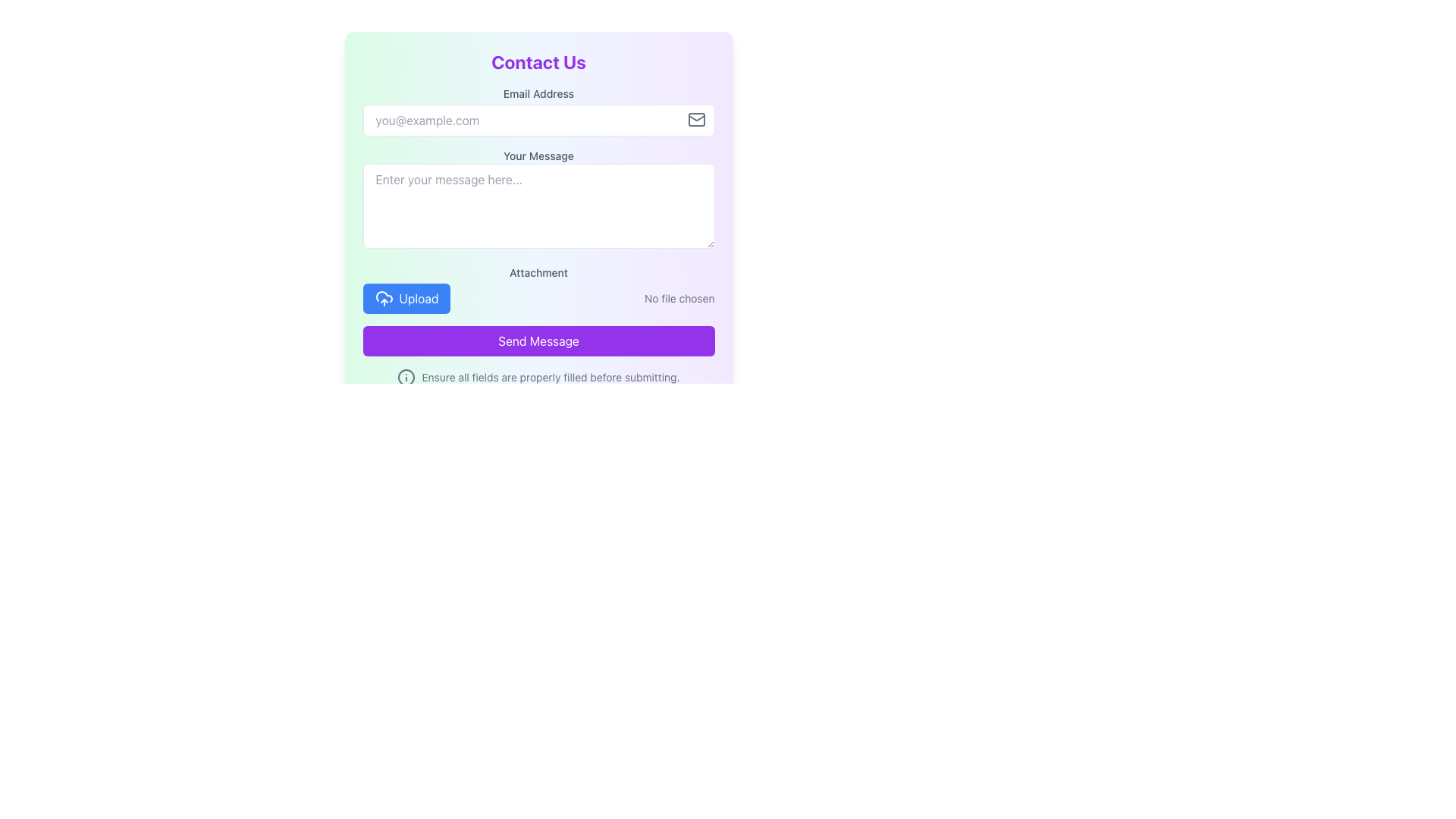  Describe the element at coordinates (695, 119) in the screenshot. I see `the mail envelope icon located at the top-right corner of the 'Email Address' input field to indicate its purpose` at that location.